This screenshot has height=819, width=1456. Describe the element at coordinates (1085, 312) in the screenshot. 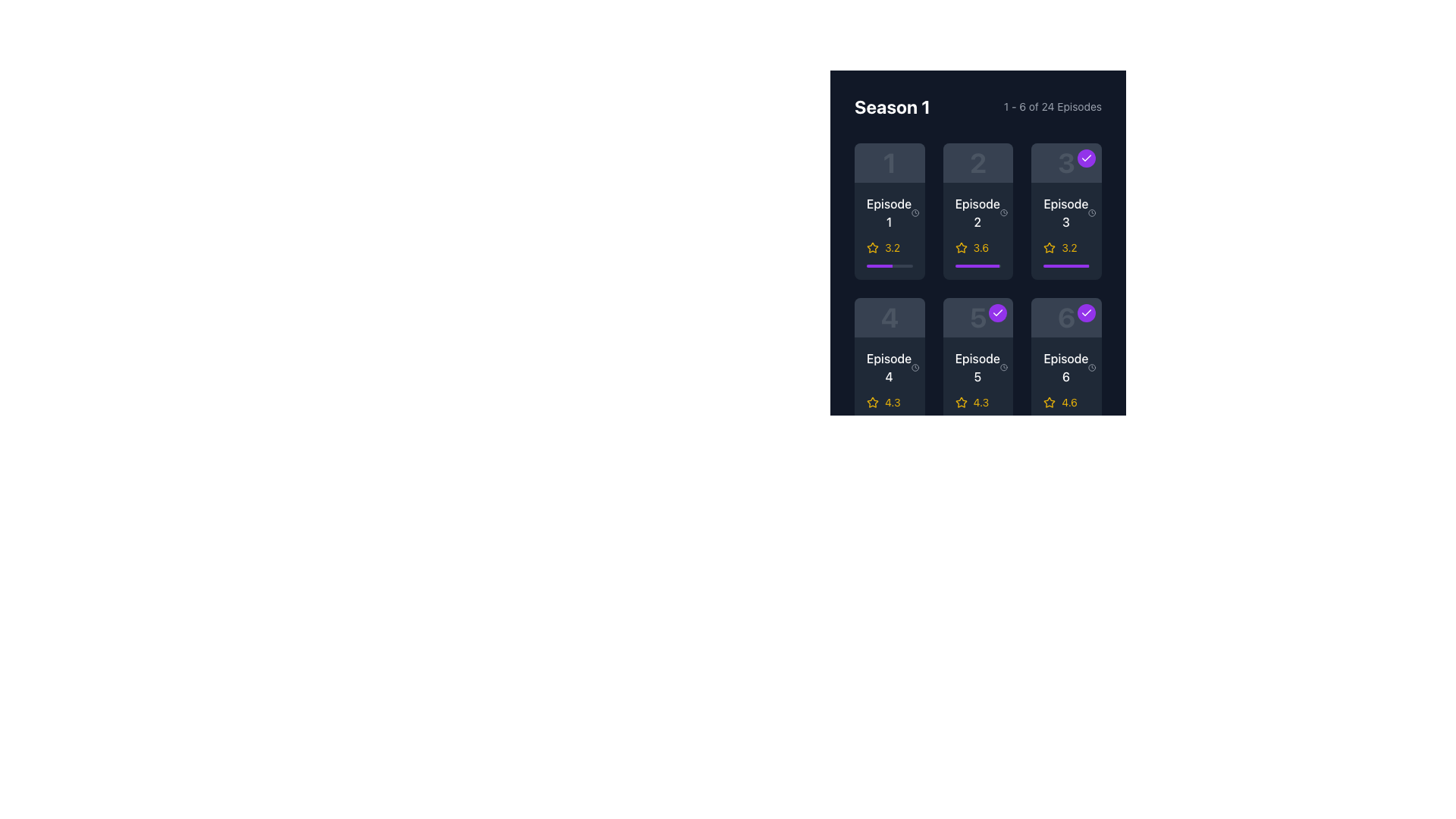

I see `the circular icon button with a purple background and white checkmark in the top-right corner of the 'Episode 6' card in the grid layout under 'Season 1'` at that location.